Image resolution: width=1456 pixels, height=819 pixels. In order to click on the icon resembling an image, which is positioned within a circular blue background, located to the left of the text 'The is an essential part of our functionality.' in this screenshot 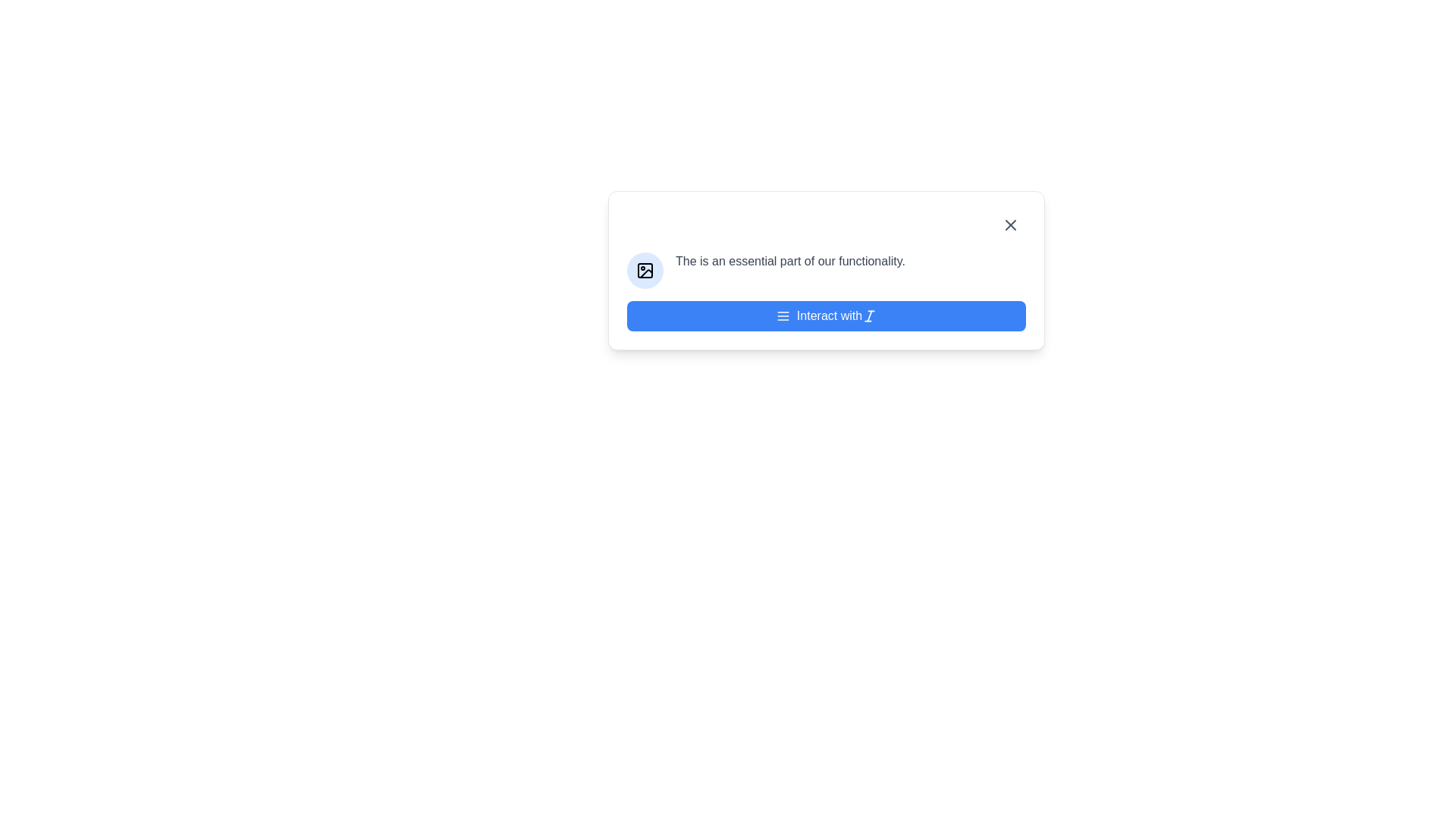, I will do `click(645, 270)`.